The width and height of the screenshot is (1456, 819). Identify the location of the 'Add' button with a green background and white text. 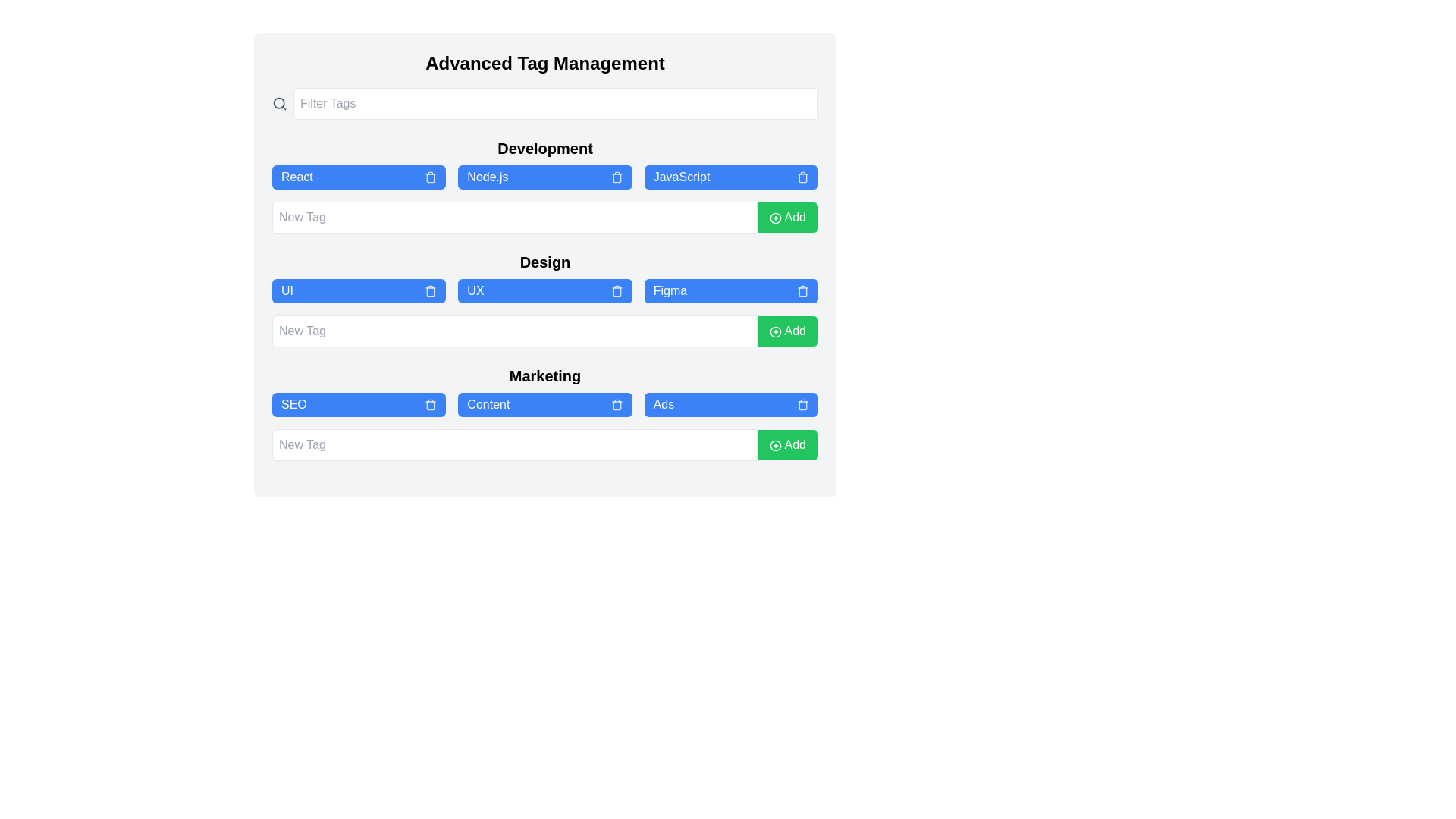
(787, 330).